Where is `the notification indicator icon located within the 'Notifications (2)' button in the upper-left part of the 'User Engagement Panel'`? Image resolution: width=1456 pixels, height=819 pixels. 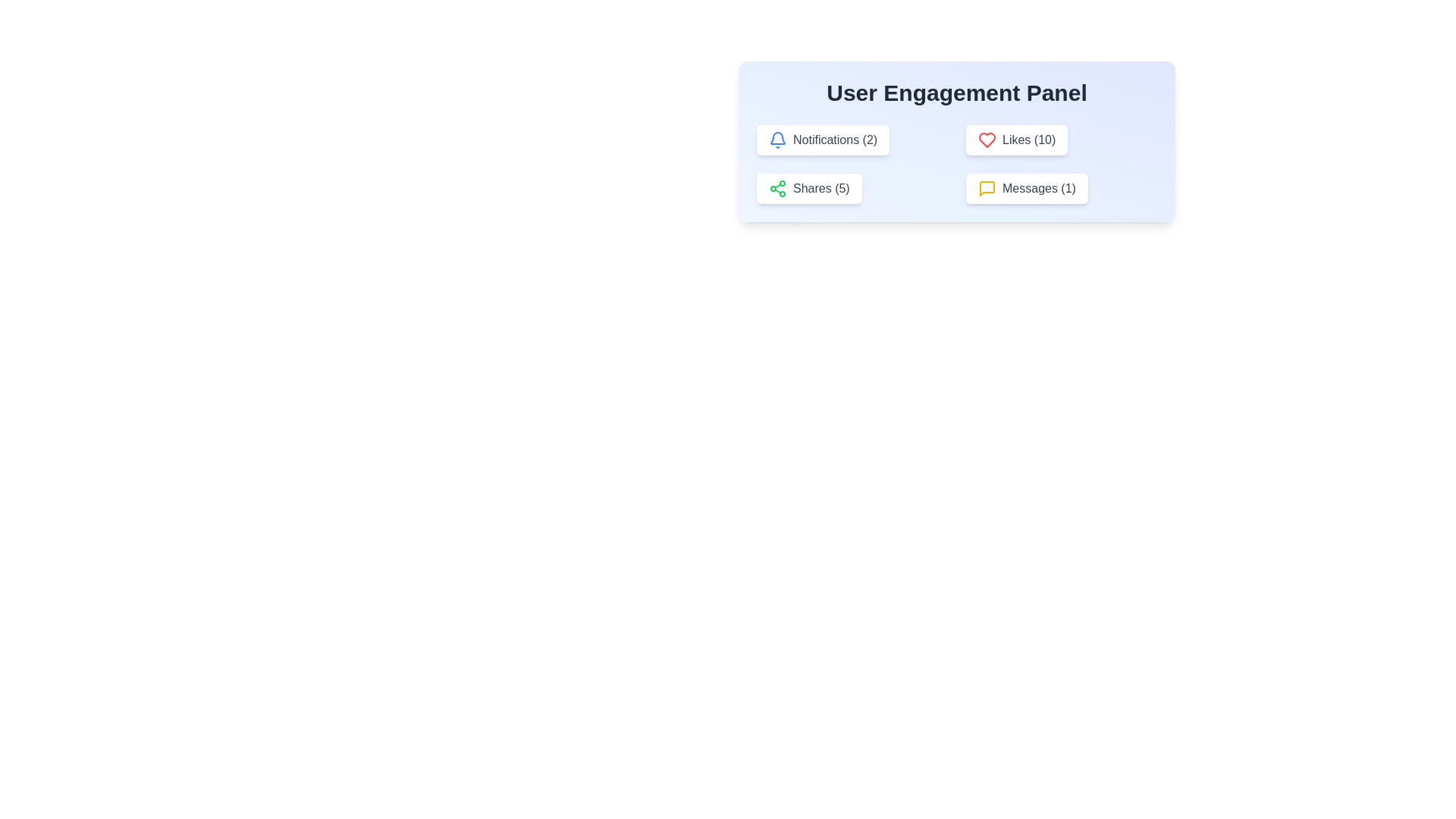
the notification indicator icon located within the 'Notifications (2)' button in the upper-left part of the 'User Engagement Panel' is located at coordinates (778, 140).